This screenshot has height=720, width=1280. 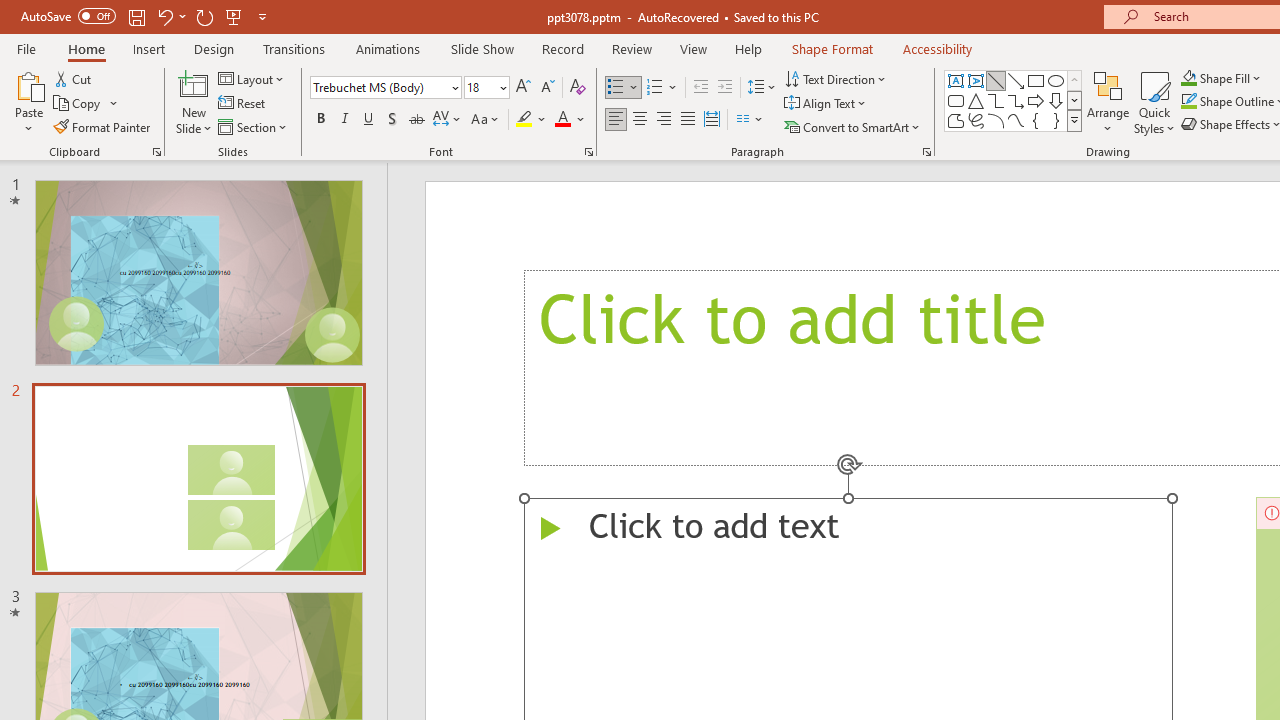 I want to click on 'Shadow', so click(x=392, y=119).